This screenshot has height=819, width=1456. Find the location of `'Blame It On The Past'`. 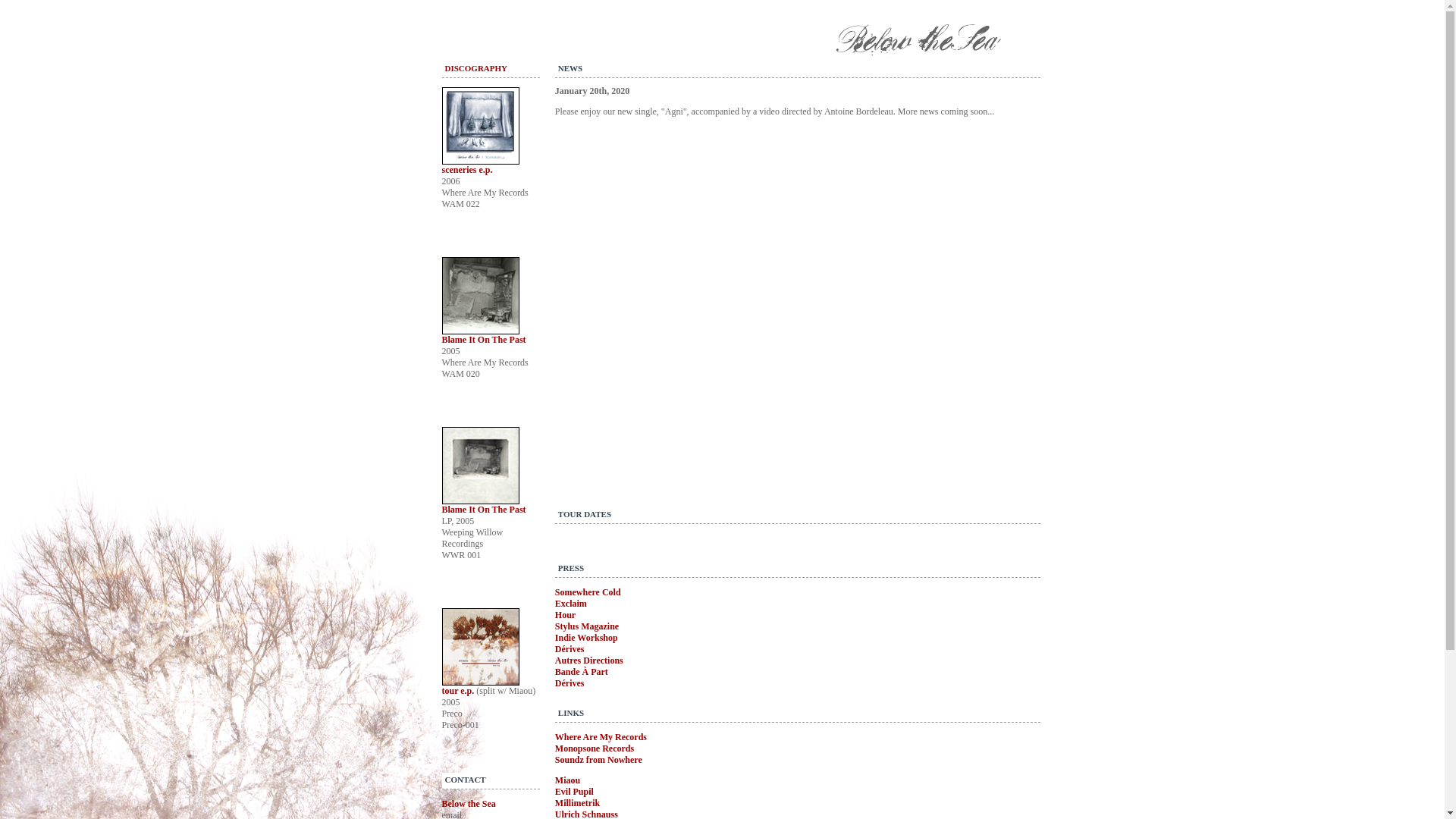

'Blame It On The Past' is located at coordinates (482, 509).